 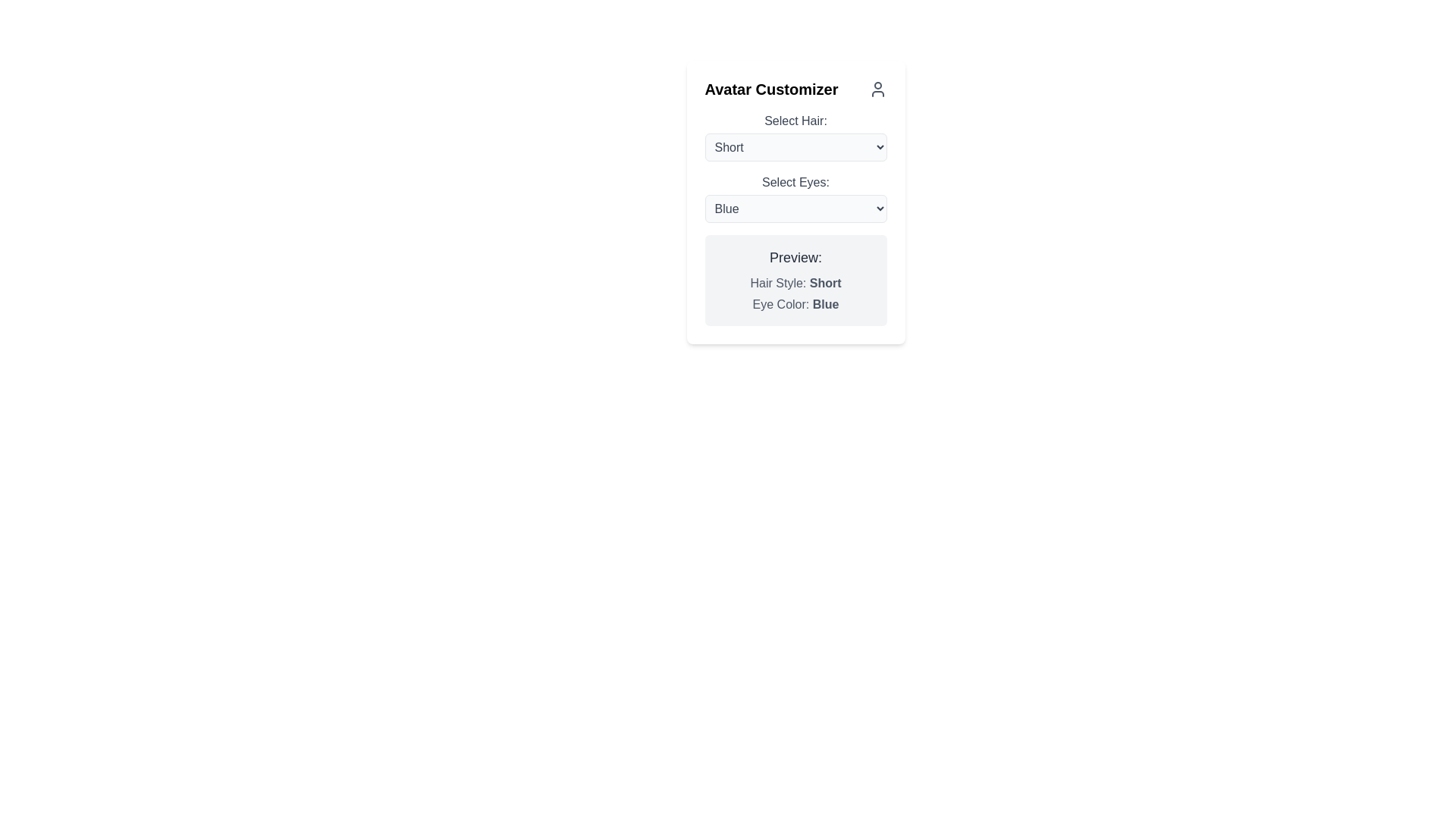 I want to click on the static text label displaying the hairstyle option summary located under 'Preview:' in the 'Avatar Customizer', so click(x=795, y=284).